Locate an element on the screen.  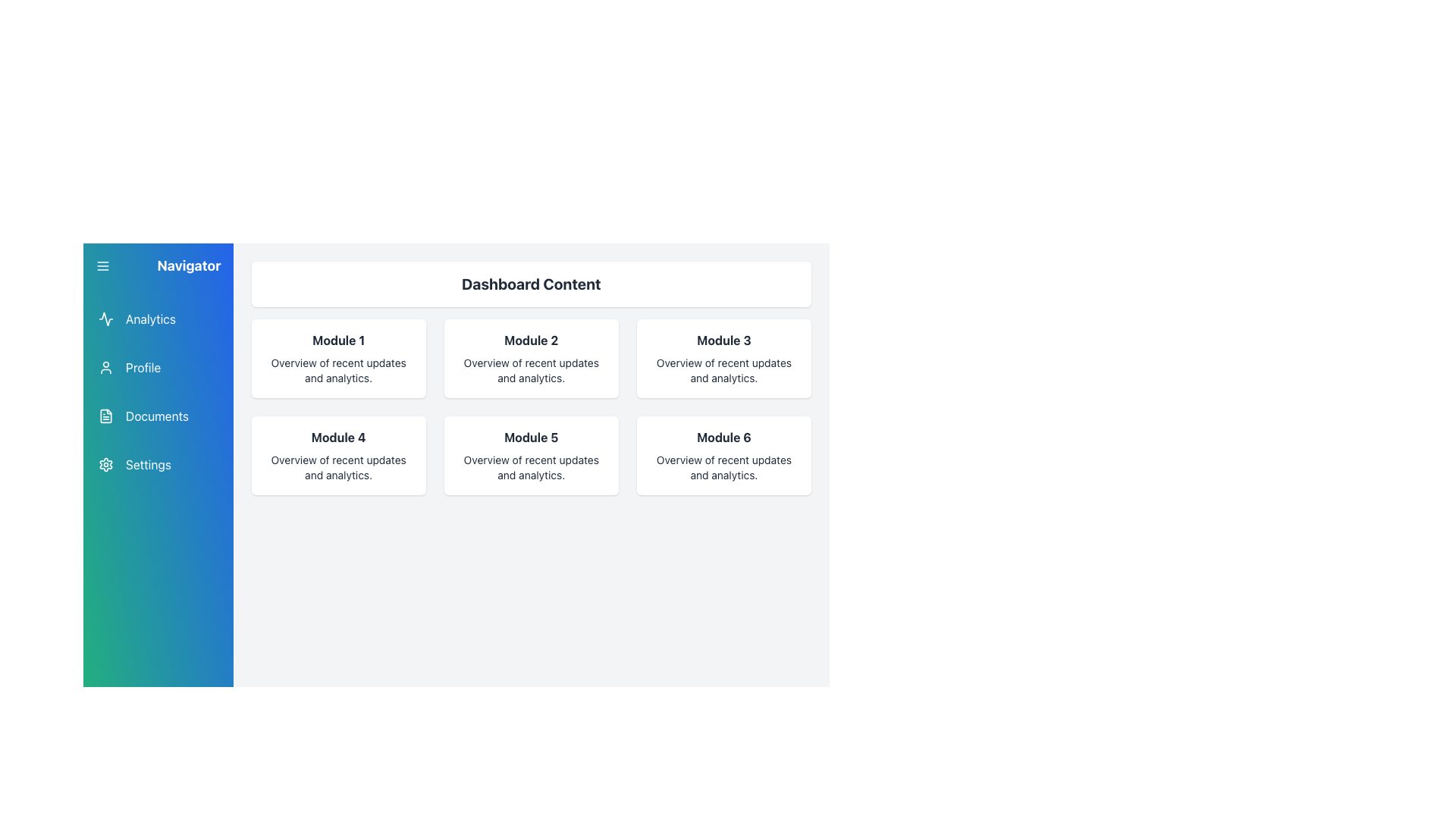
the first menu item in the sidebar is located at coordinates (158, 318).